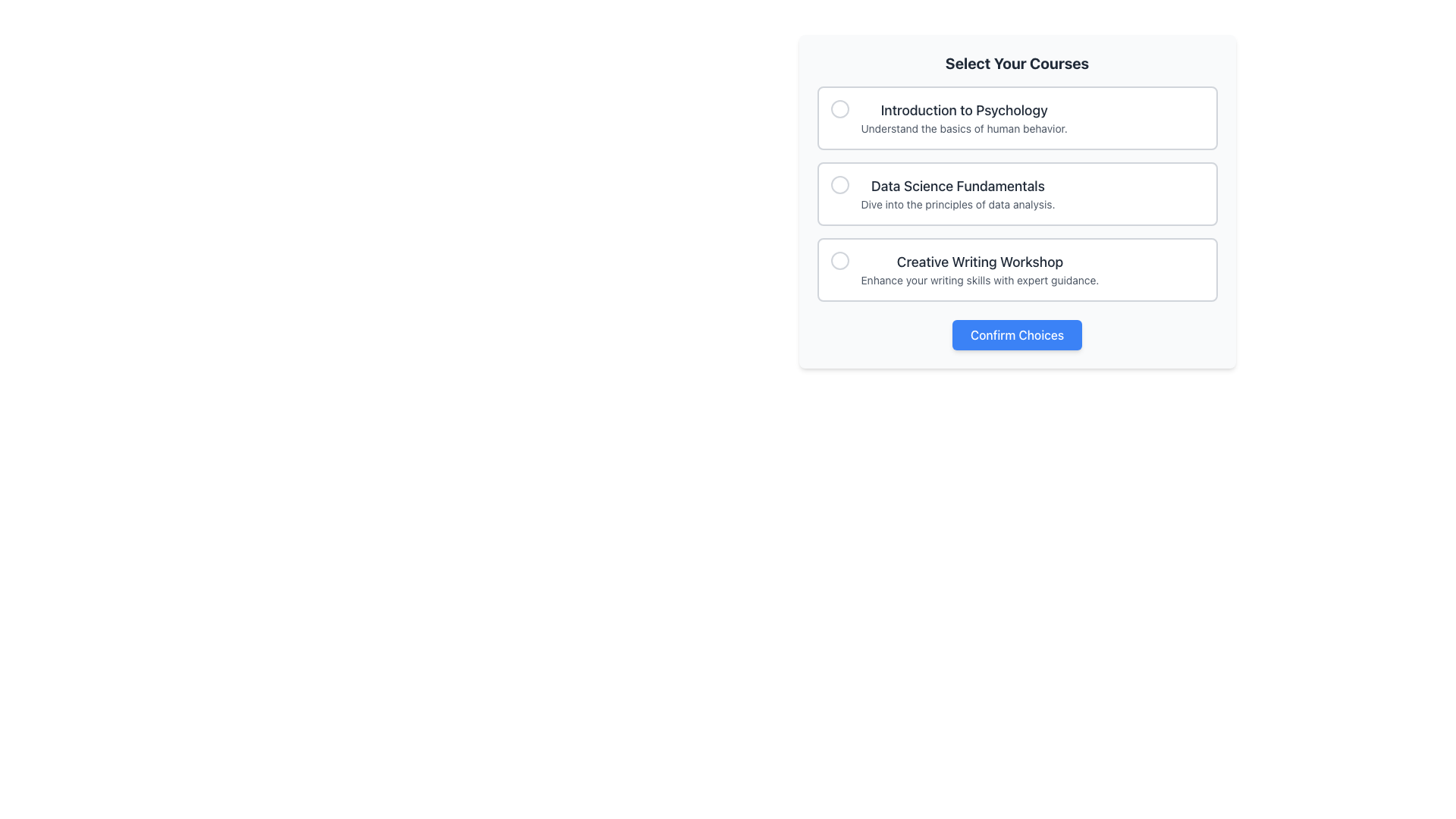 The height and width of the screenshot is (819, 1456). What do you see at coordinates (963, 117) in the screenshot?
I see `text information from the first course option in the 'Select Your Courses' interface, located beneath the circular selection button` at bounding box center [963, 117].